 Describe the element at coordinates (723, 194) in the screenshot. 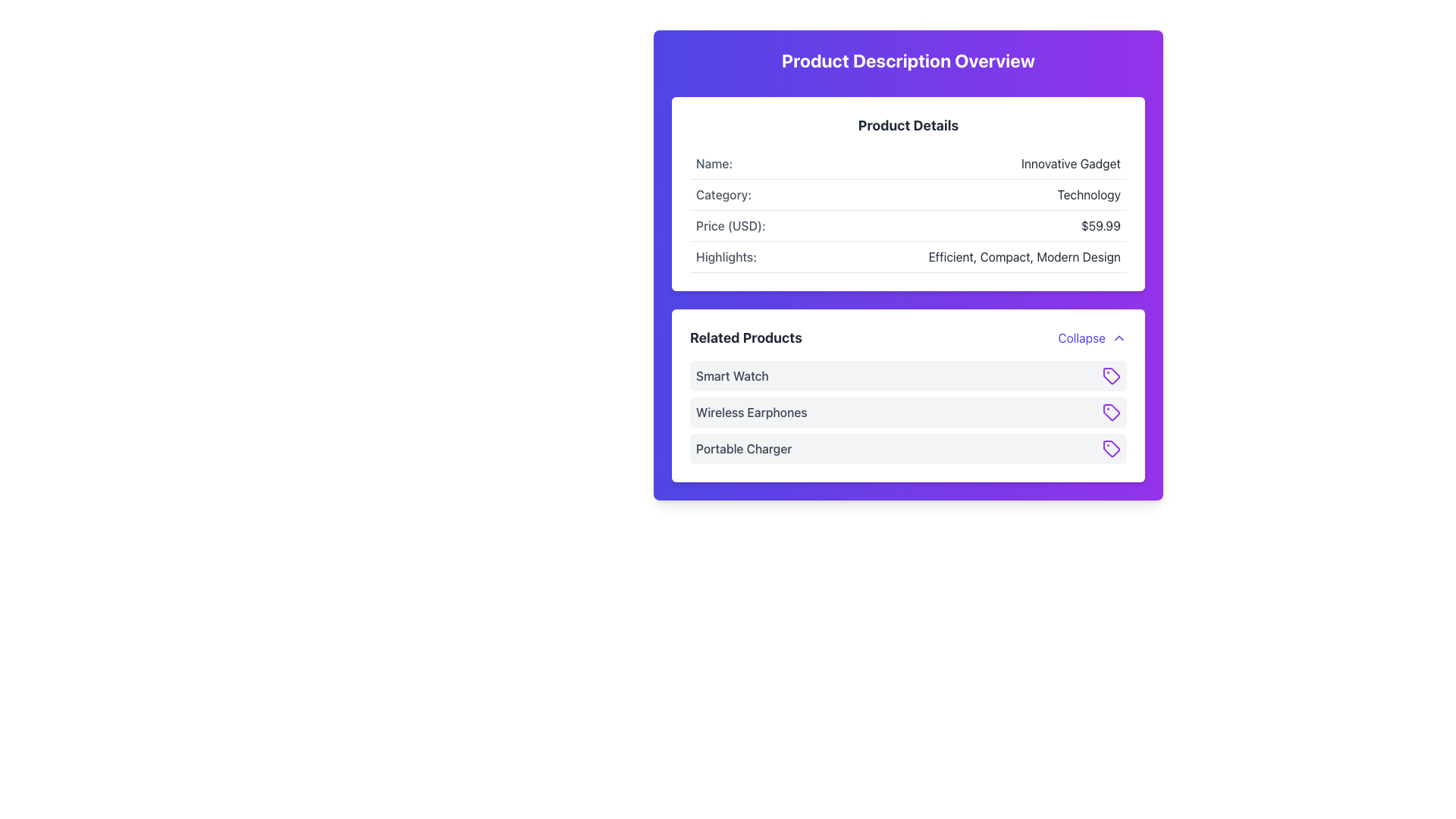

I see `the static text label displaying 'Category:' in medium gray color located in the 'Product Details' section` at that location.